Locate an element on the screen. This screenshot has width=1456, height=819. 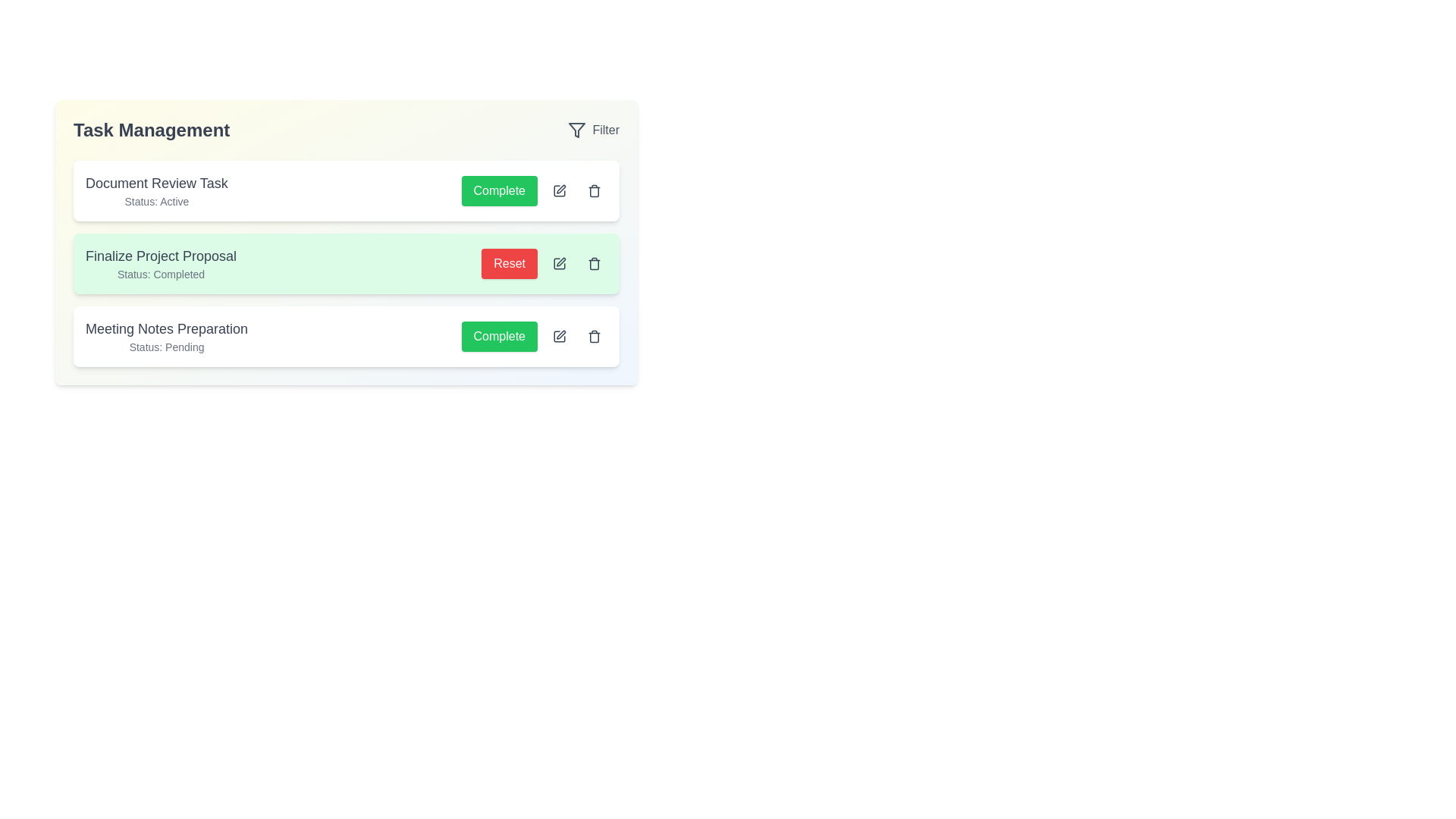
the trash icon for the task named Finalize Project Proposal is located at coordinates (593, 262).